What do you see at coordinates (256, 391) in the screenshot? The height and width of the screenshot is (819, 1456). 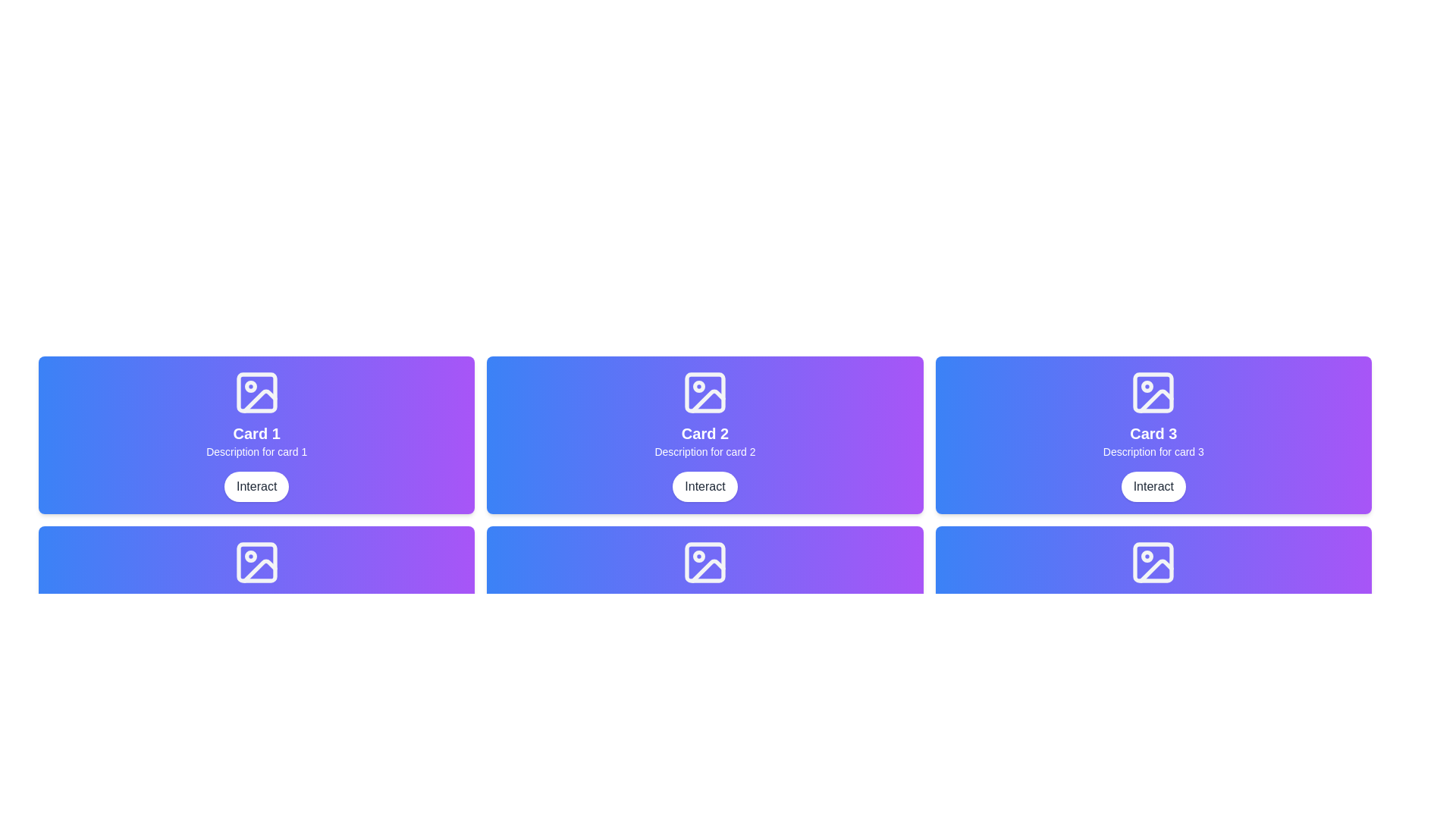 I see `the small rectangle at the top-left corner of the image frame in the 'Card 1' section` at bounding box center [256, 391].